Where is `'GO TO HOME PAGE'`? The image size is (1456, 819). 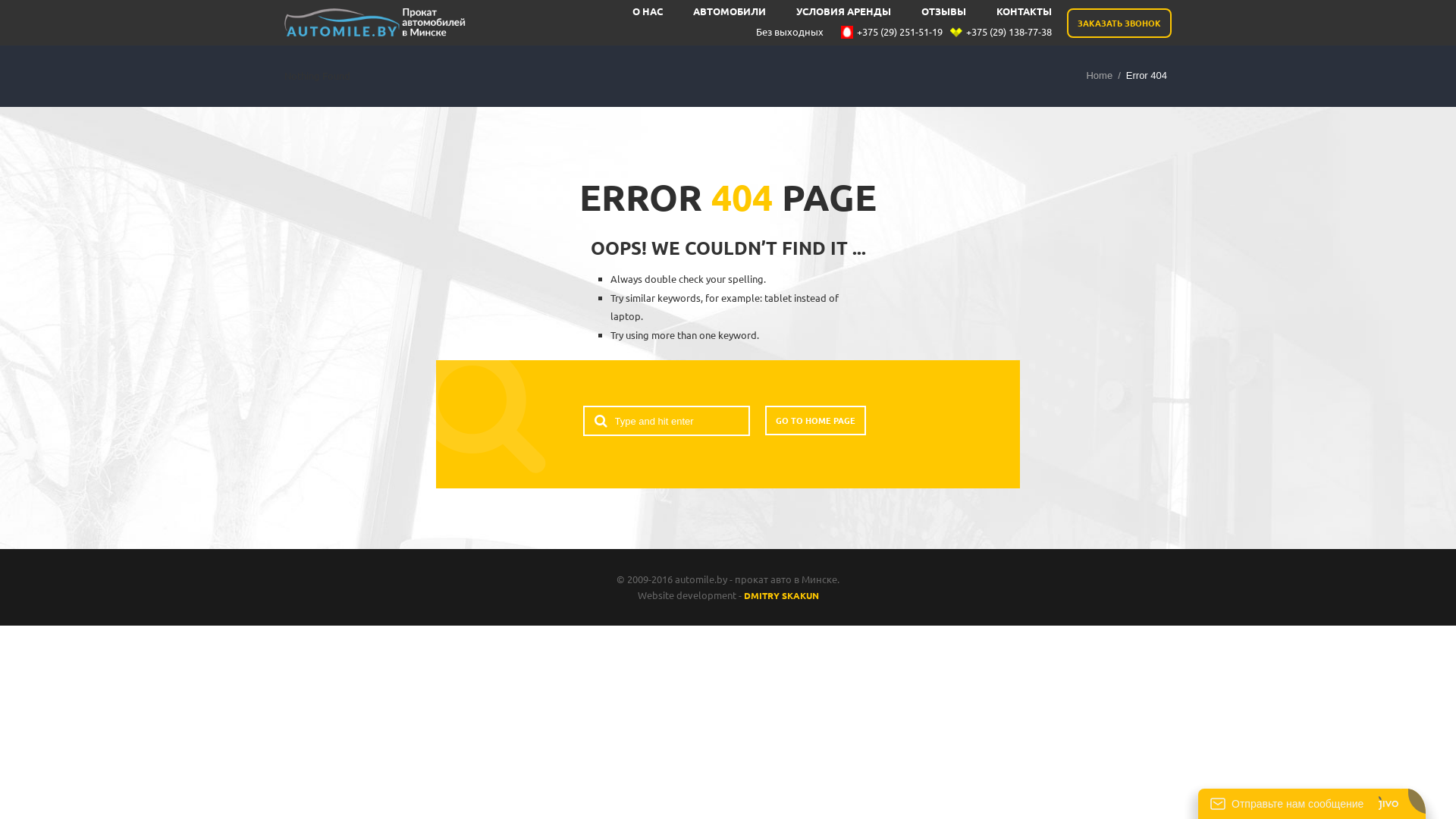 'GO TO HOME PAGE' is located at coordinates (764, 420).